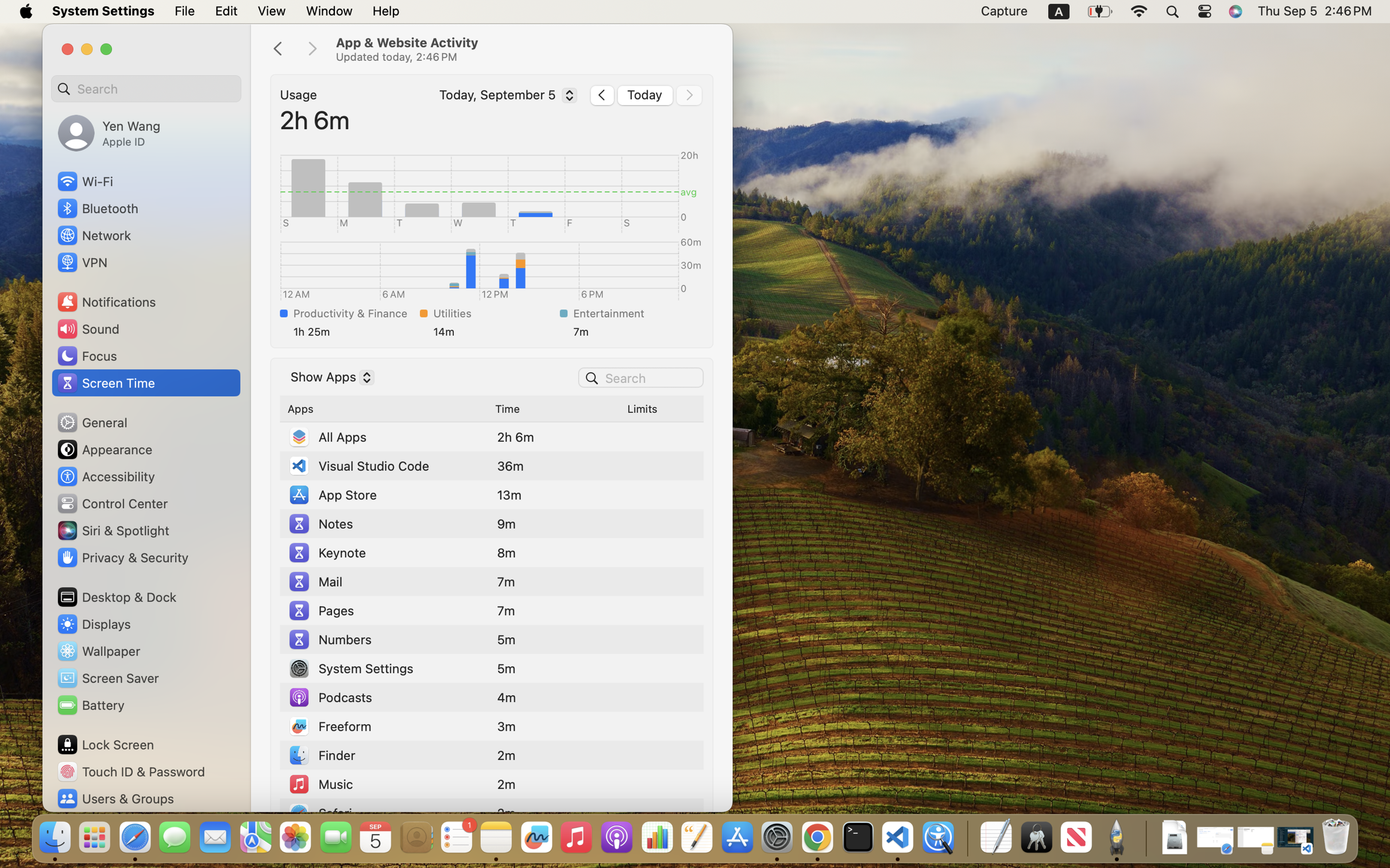  What do you see at coordinates (105, 744) in the screenshot?
I see `'Lock Screen'` at bounding box center [105, 744].